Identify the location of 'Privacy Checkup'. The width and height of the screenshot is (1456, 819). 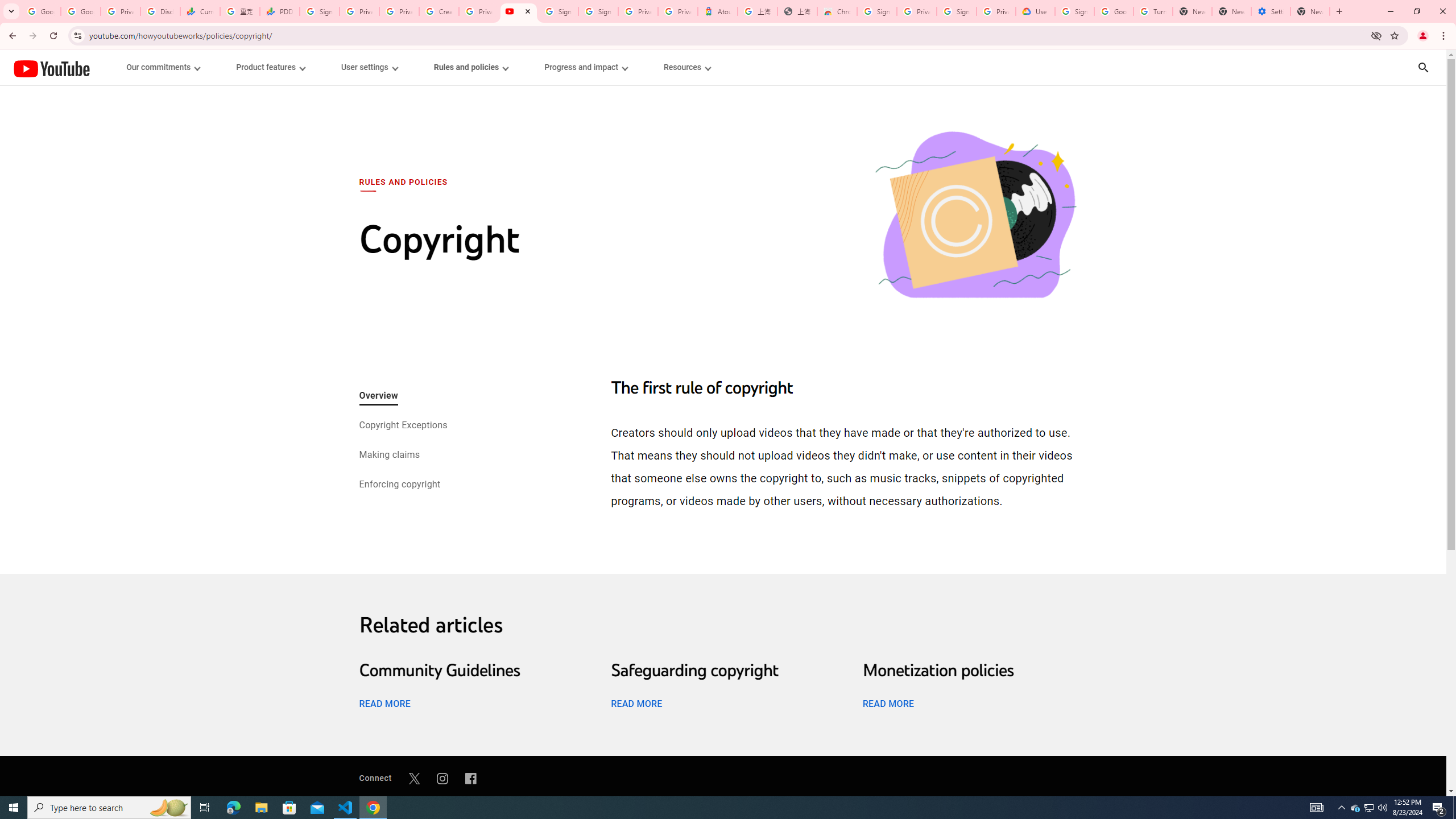
(399, 11).